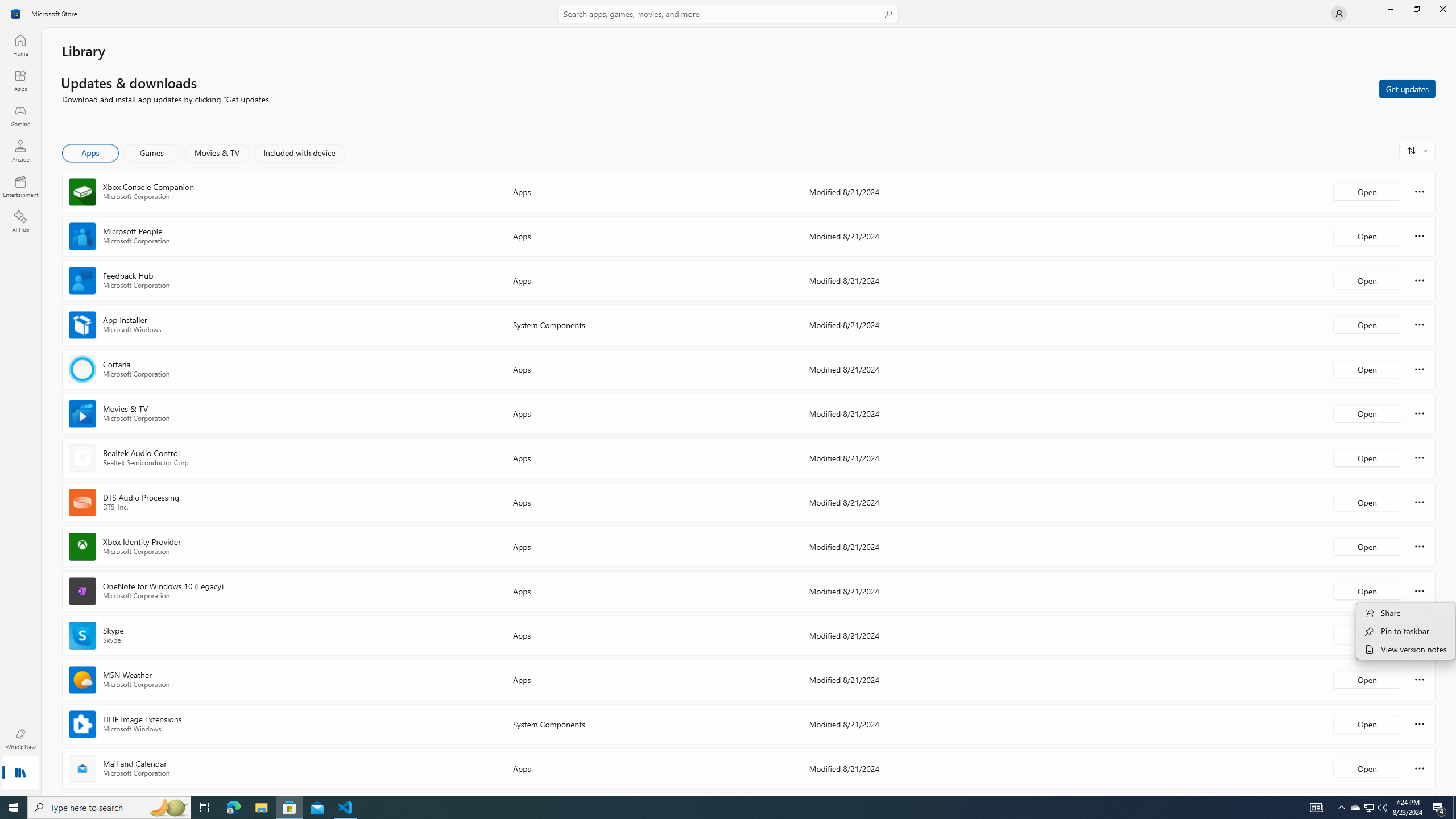 This screenshot has height=819, width=1456. Describe the element at coordinates (16, 13) in the screenshot. I see `'Class: Image'` at that location.